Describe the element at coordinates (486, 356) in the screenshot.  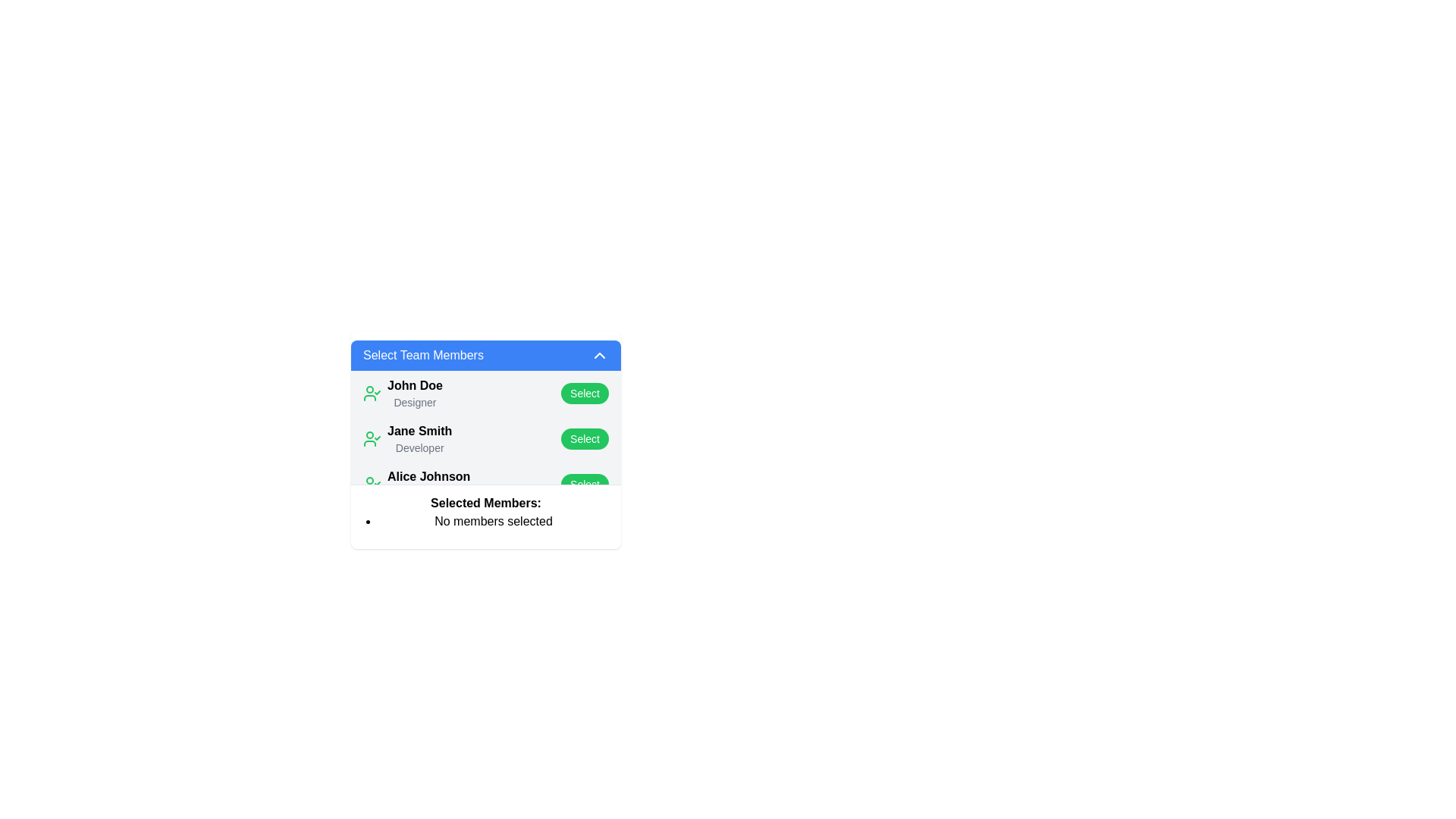
I see `the clickable dropdown button located at the top-left of the team member selection interface` at that location.